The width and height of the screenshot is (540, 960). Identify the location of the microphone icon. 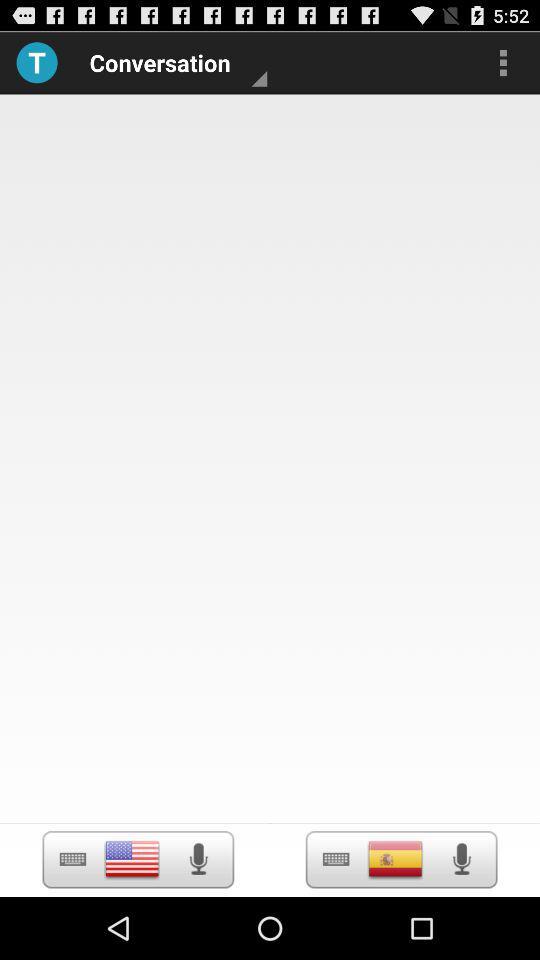
(461, 920).